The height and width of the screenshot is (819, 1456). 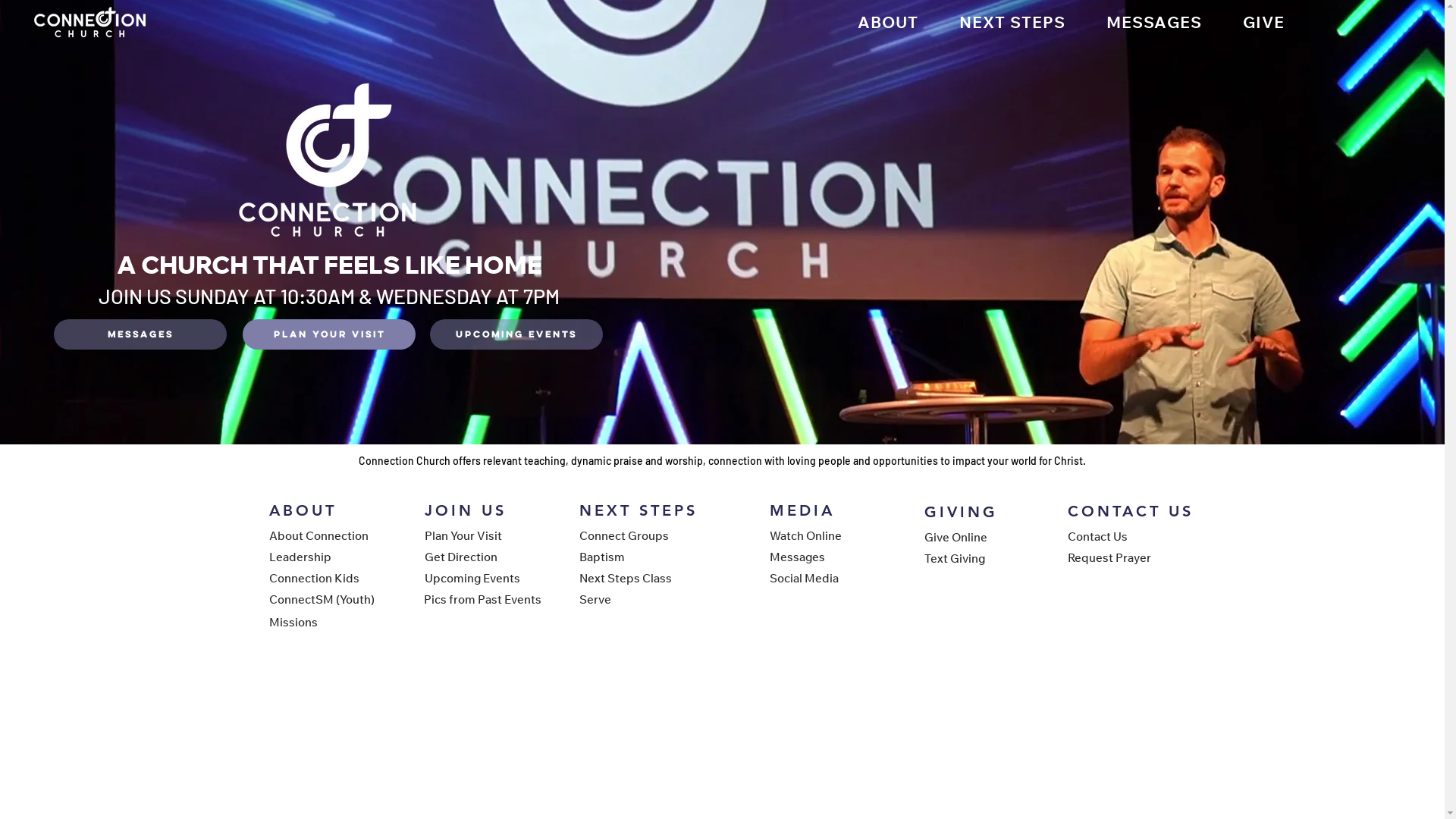 I want to click on 'Plan Your Visit', so click(x=477, y=534).